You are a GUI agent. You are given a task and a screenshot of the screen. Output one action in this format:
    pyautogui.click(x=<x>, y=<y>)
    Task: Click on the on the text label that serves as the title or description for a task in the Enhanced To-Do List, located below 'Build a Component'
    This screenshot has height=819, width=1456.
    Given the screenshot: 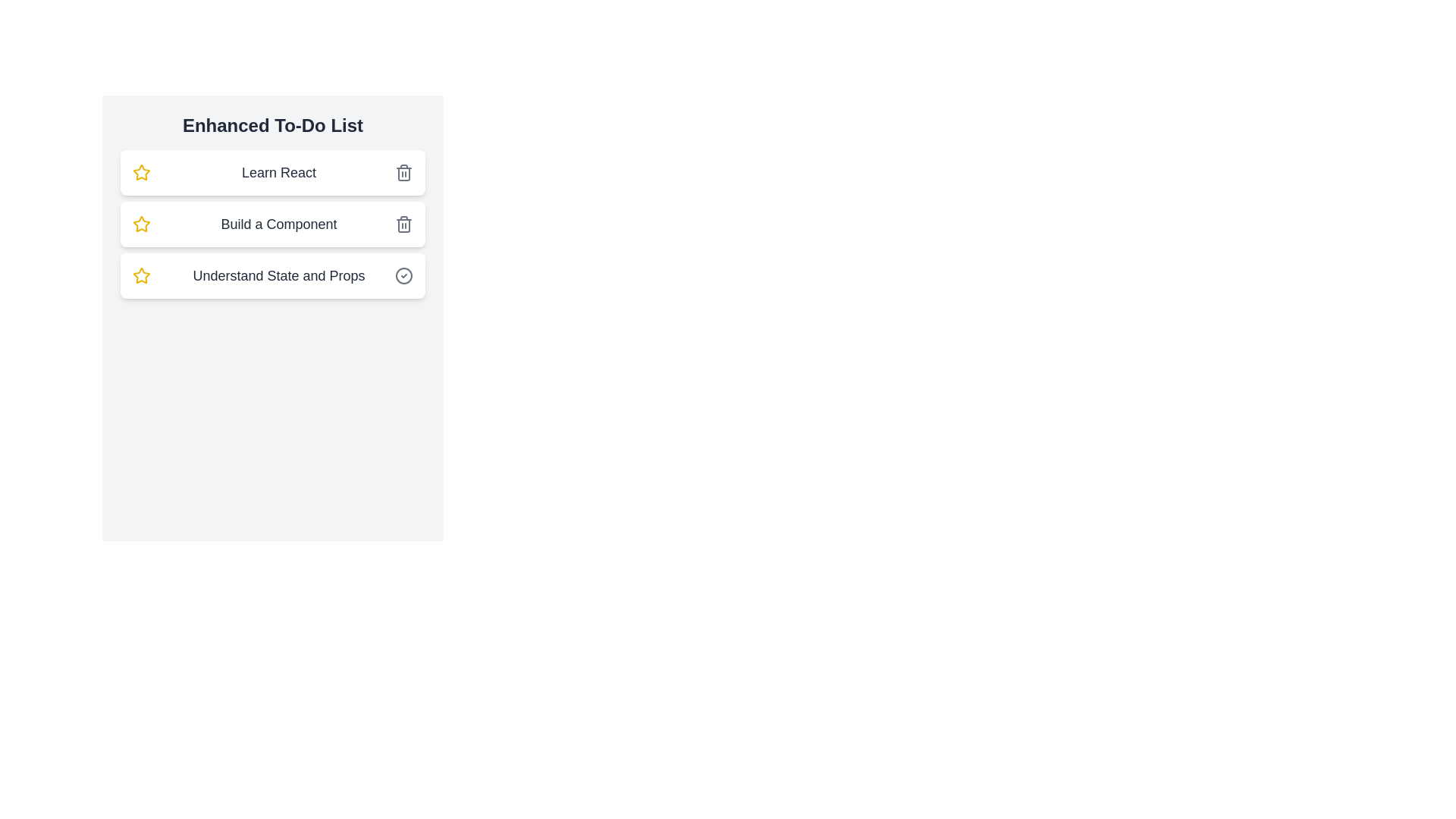 What is the action you would take?
    pyautogui.click(x=279, y=275)
    